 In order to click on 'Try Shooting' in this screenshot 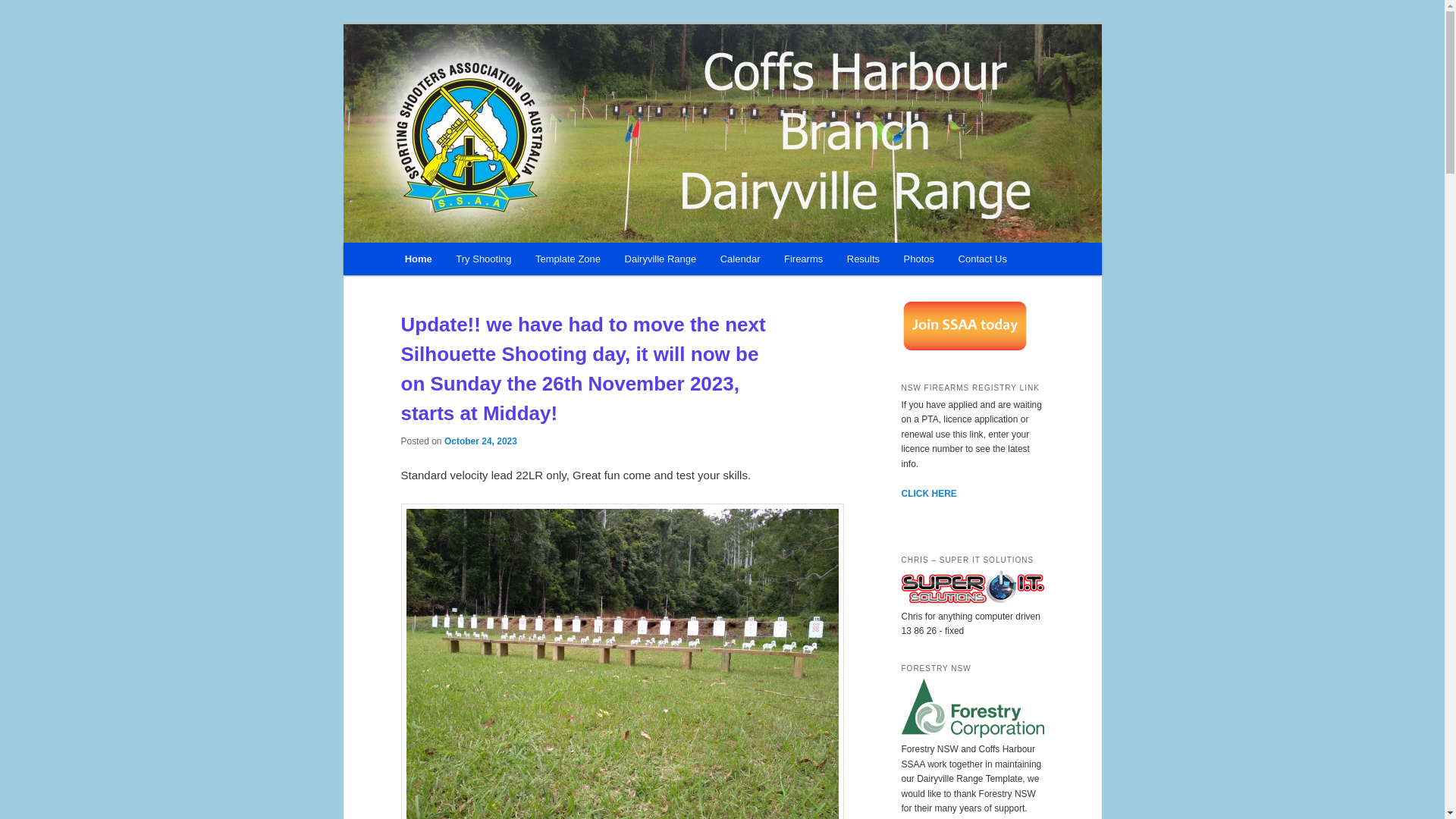, I will do `click(483, 258)`.